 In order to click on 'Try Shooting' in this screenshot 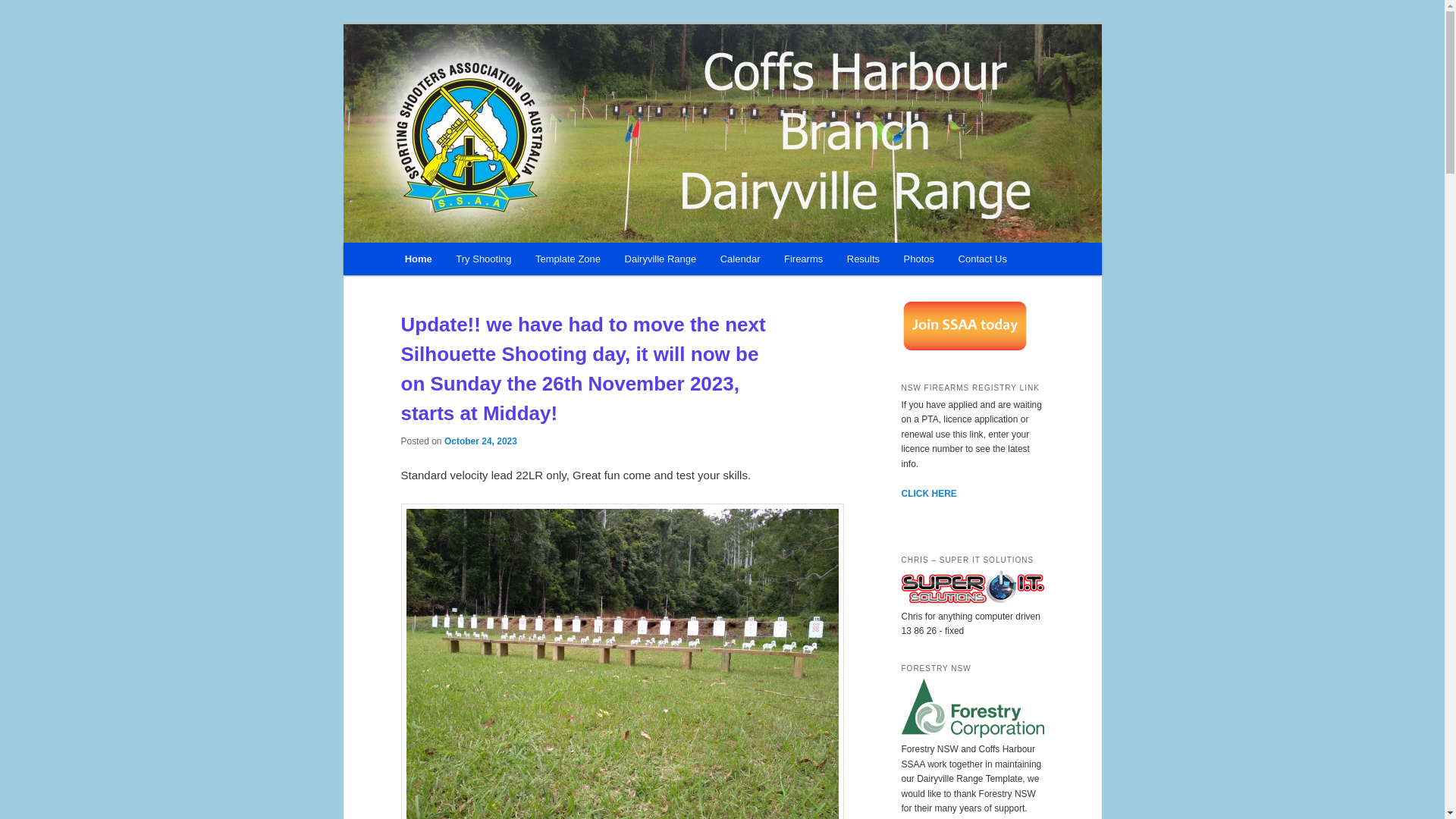, I will do `click(483, 258)`.